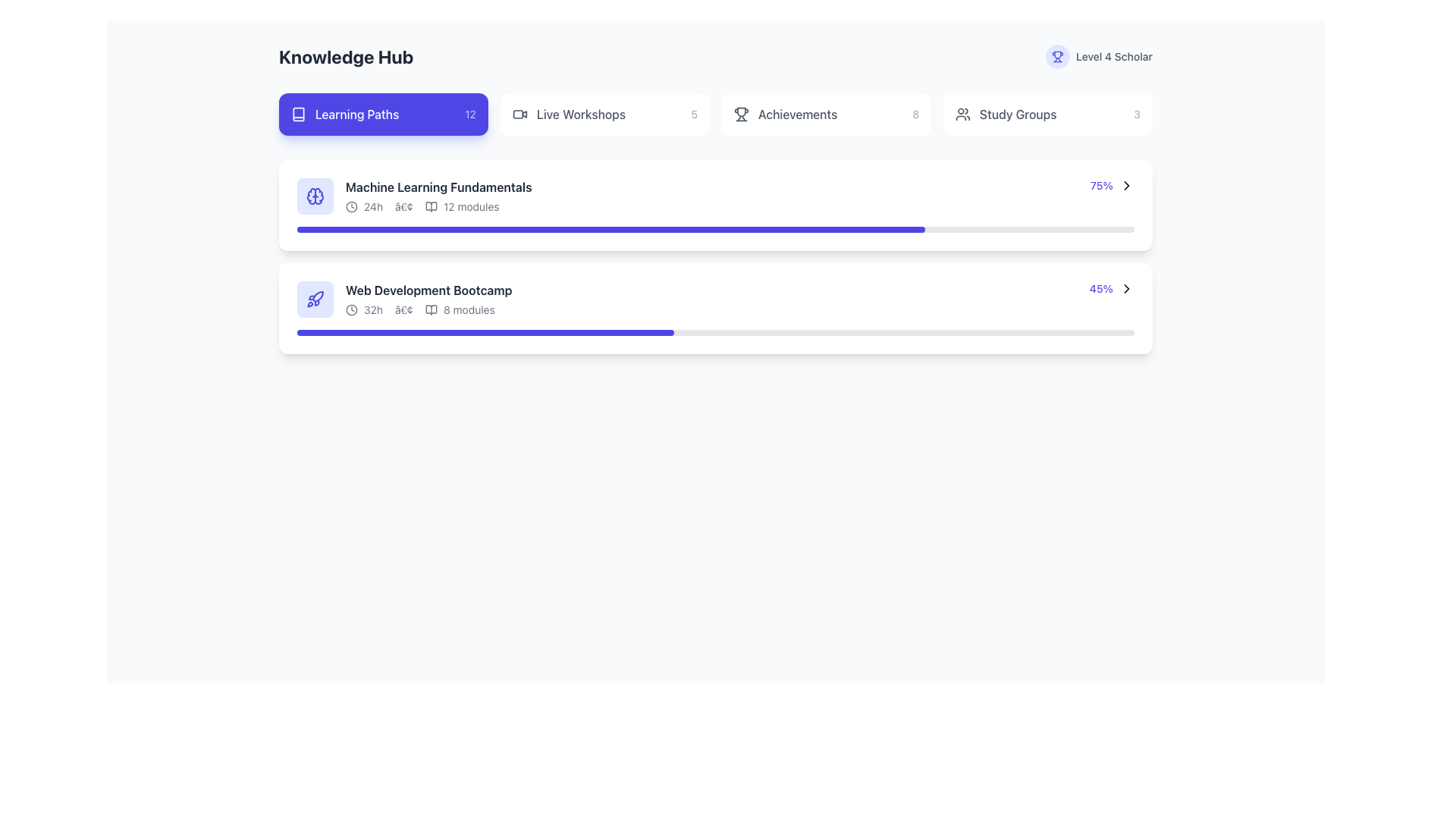 This screenshot has width=1456, height=819. I want to click on the 'Achievements' label in the navigation menu, which is styled with medium font weight and positioned next to a trophy icon, so click(797, 113).